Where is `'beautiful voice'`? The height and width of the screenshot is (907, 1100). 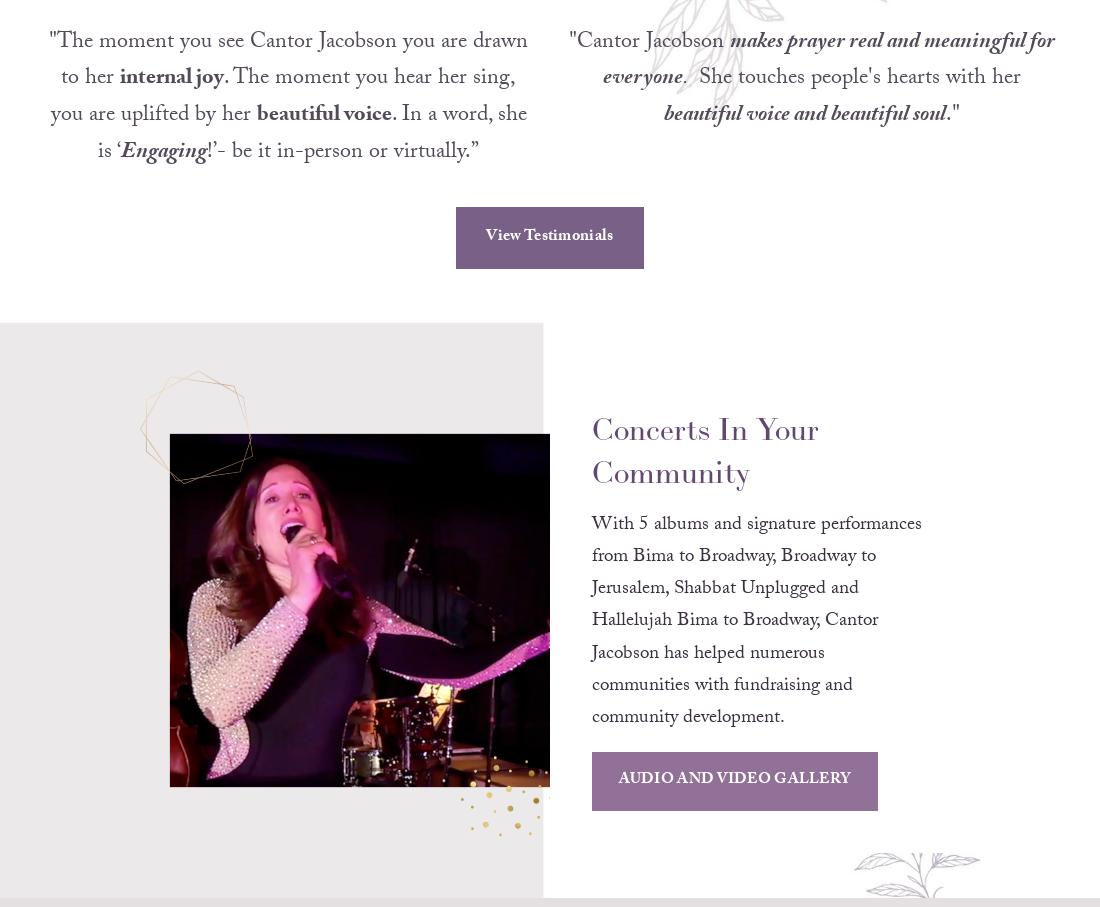
'beautiful voice' is located at coordinates (322, 142).